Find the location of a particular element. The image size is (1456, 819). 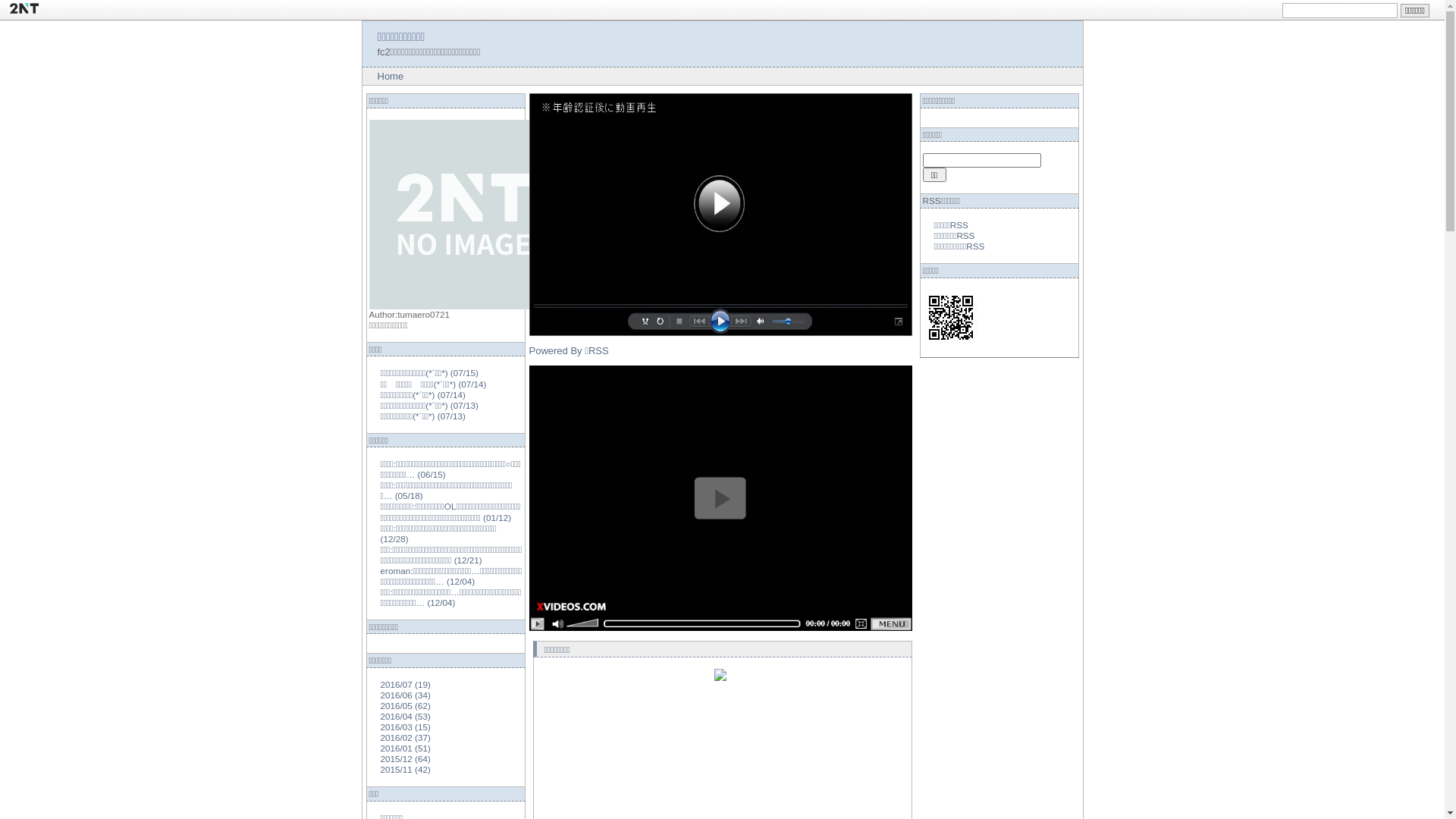

'2015/12 (64)' is located at coordinates (405, 758).